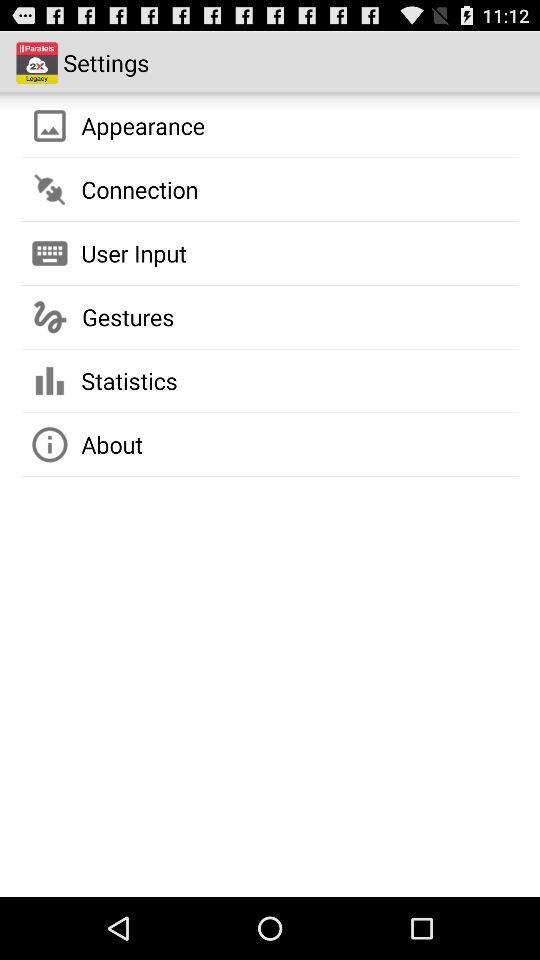  I want to click on the icon below settings icon, so click(142, 124).